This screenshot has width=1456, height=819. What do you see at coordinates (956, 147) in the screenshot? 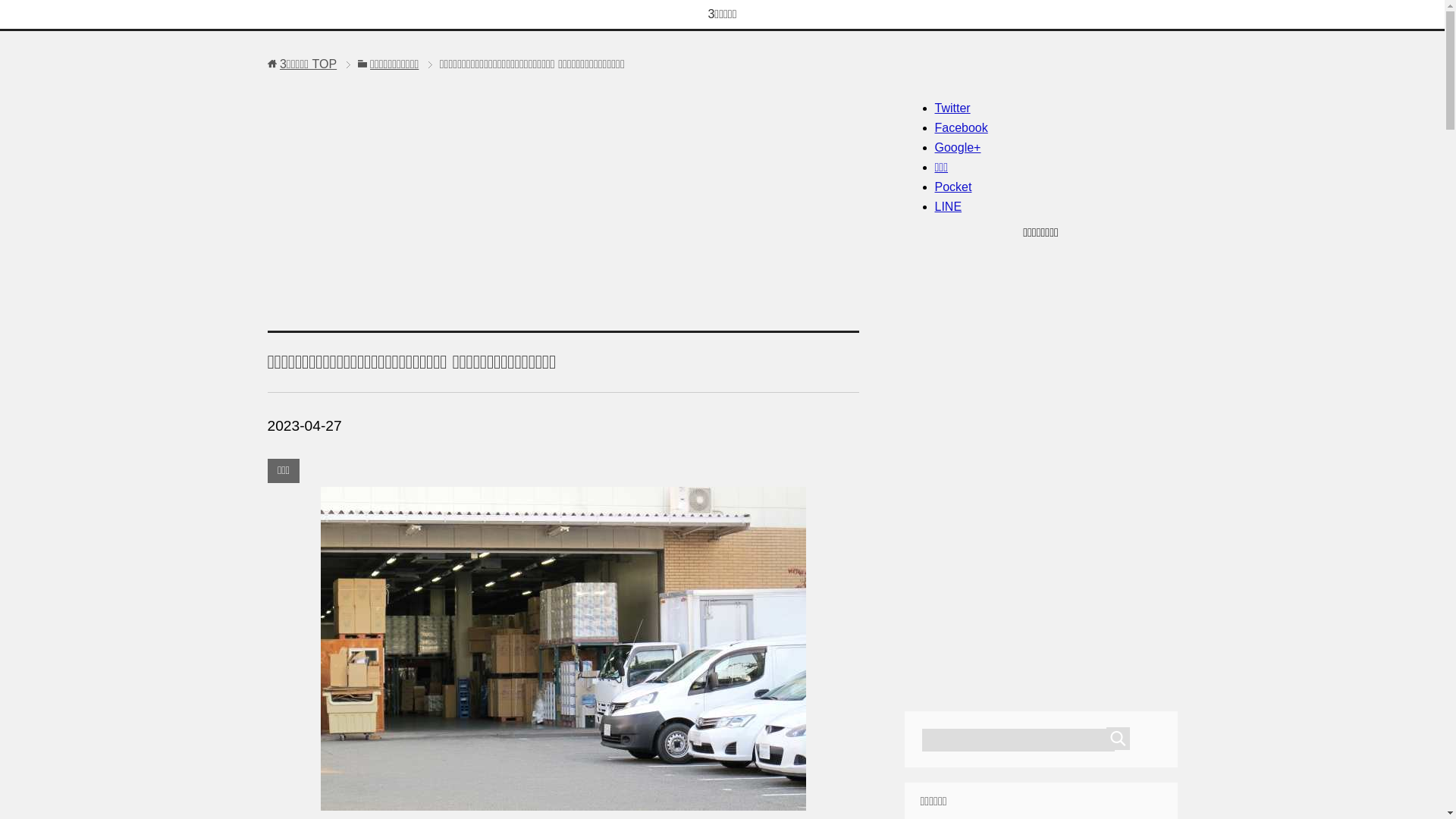
I see `'Google+'` at bounding box center [956, 147].